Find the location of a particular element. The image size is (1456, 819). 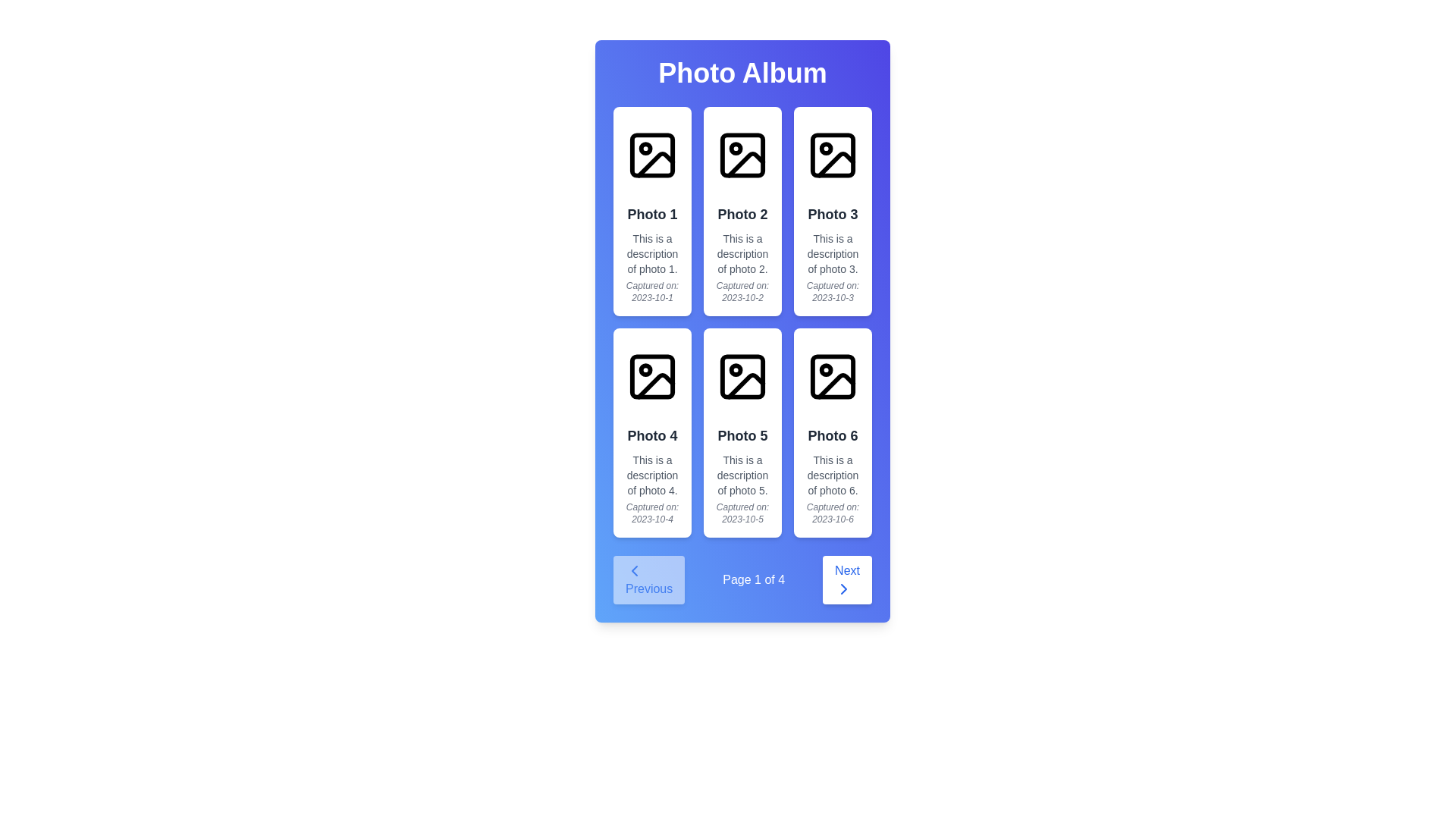

the Graphic Icon Detail located in the upper-left corner of the 'Photo 5' thumbnail is located at coordinates (736, 370).